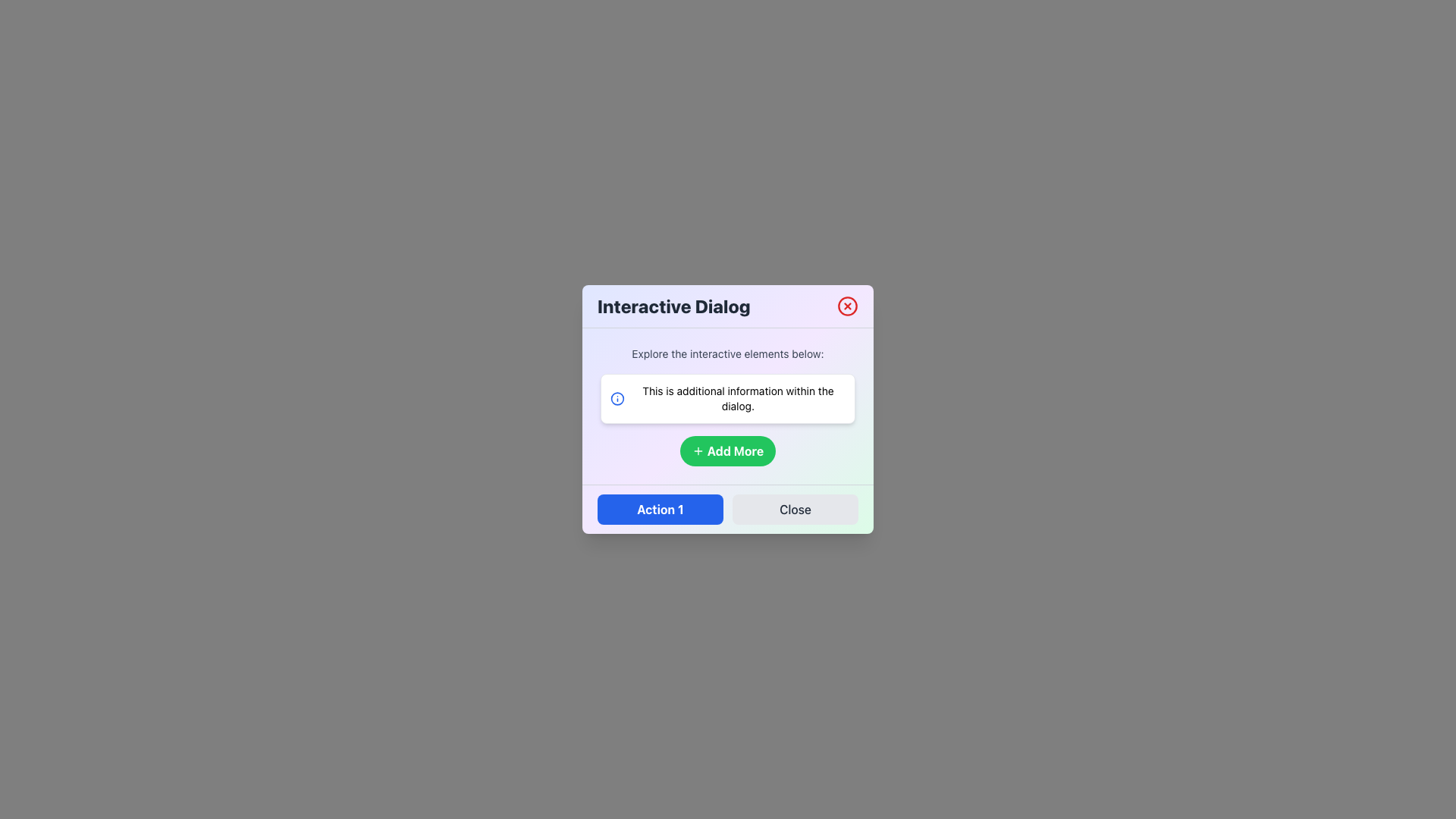  I want to click on the close icon button located in the top-right corner of the dialog header, adjacent to the heading text 'Interactive Dialog', so click(847, 306).